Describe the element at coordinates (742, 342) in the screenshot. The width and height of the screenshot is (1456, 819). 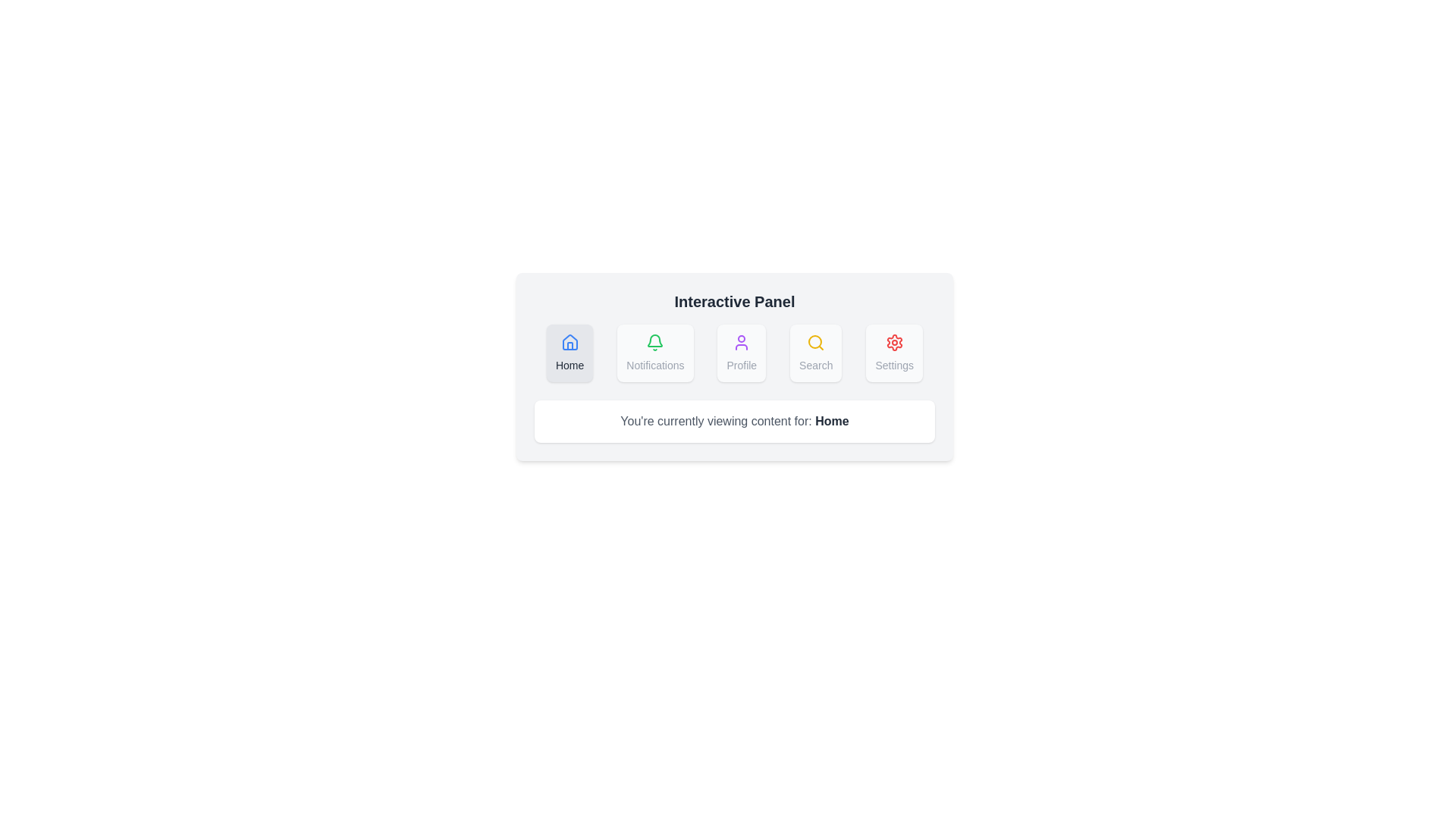
I see `the Profile icon, which is centrally located above the text 'Profile' in the Profile button, the third button in a row of five options` at that location.